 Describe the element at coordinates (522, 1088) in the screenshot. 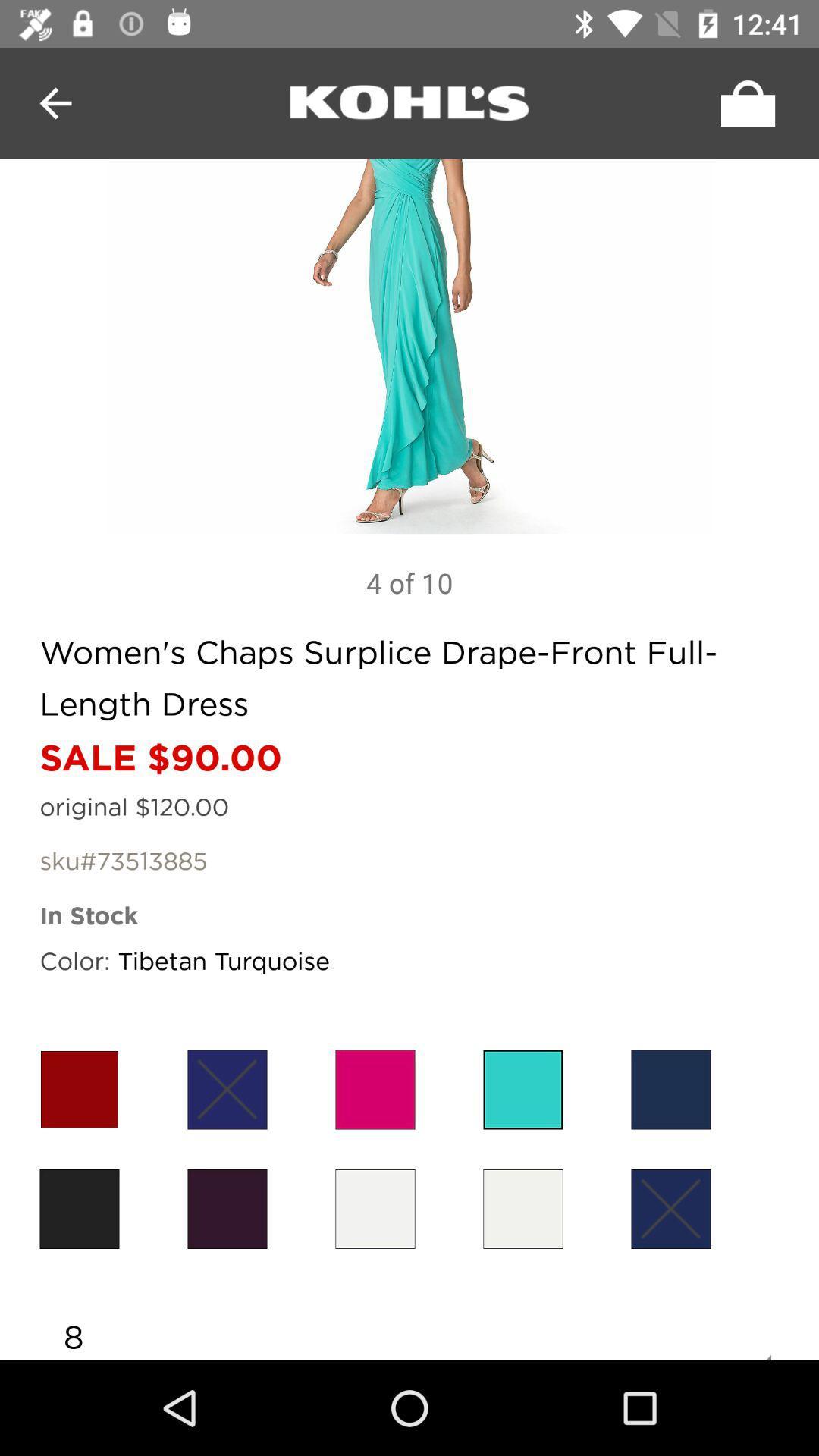

I see `sky-blue color` at that location.